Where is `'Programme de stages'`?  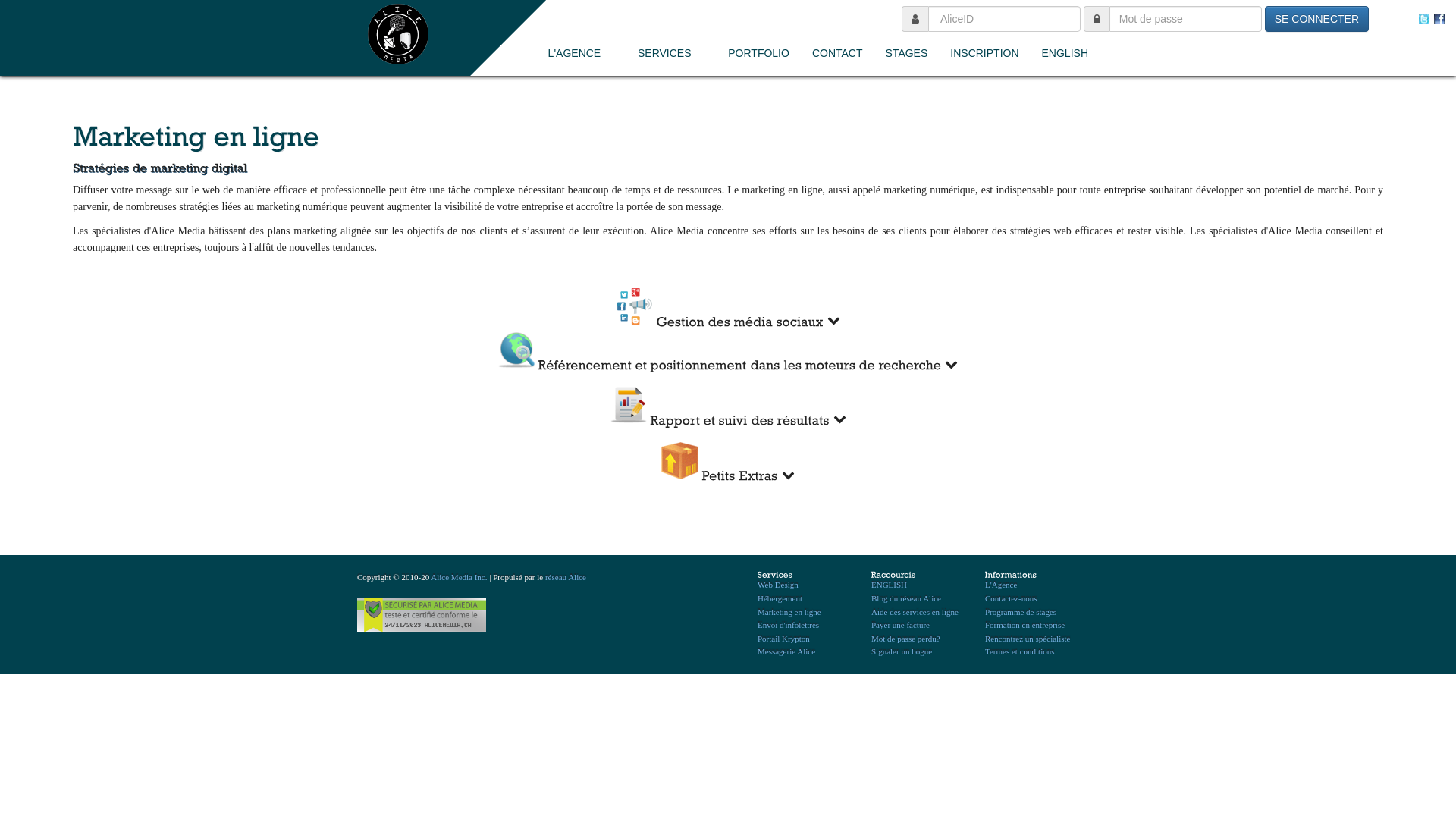 'Programme de stages' is located at coordinates (1020, 610).